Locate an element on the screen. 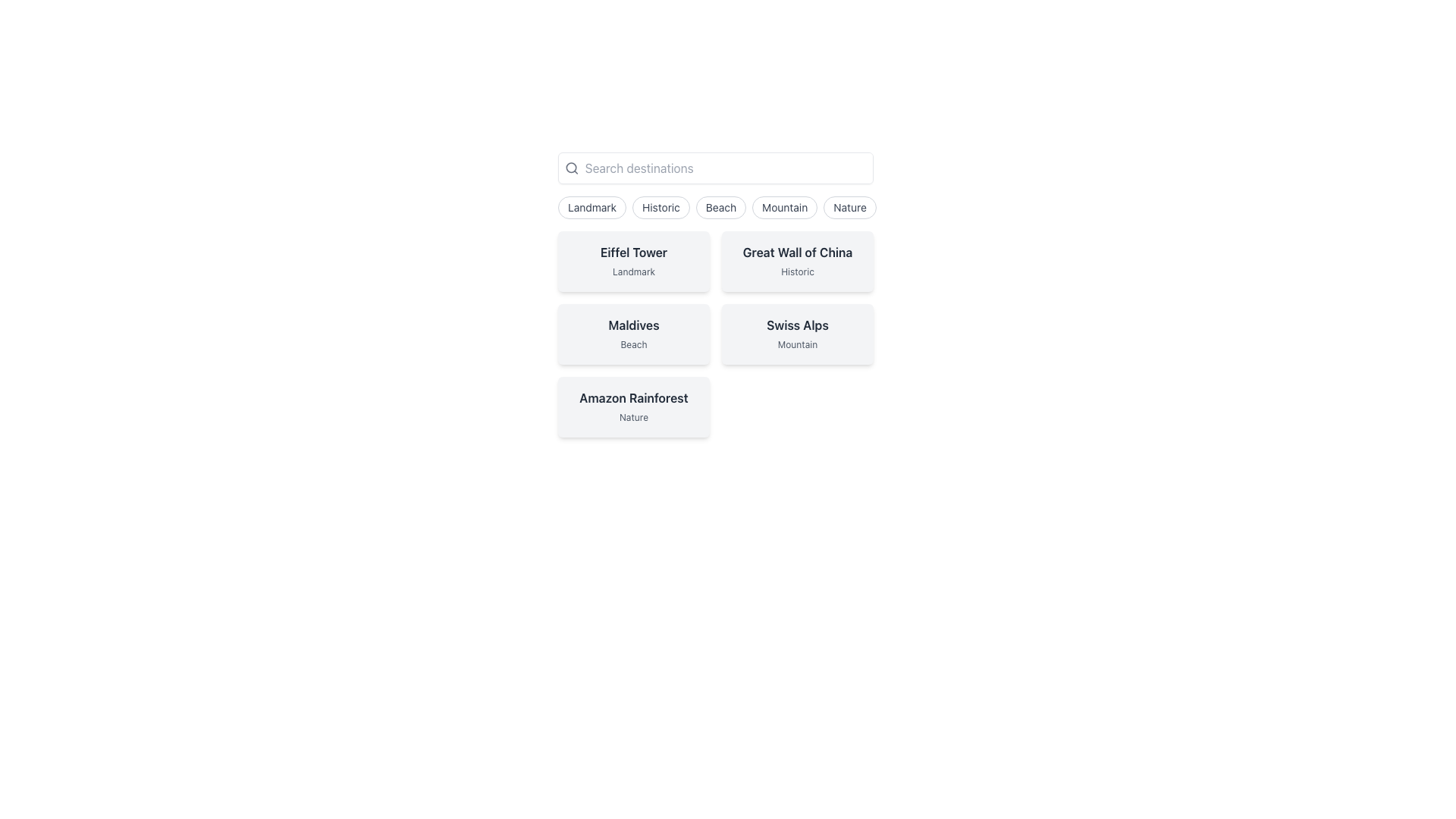 This screenshot has width=1456, height=819. the text label reading 'Historic' which is located beneath the title 'Great Wall of China' in a card-like structure is located at coordinates (796, 271).